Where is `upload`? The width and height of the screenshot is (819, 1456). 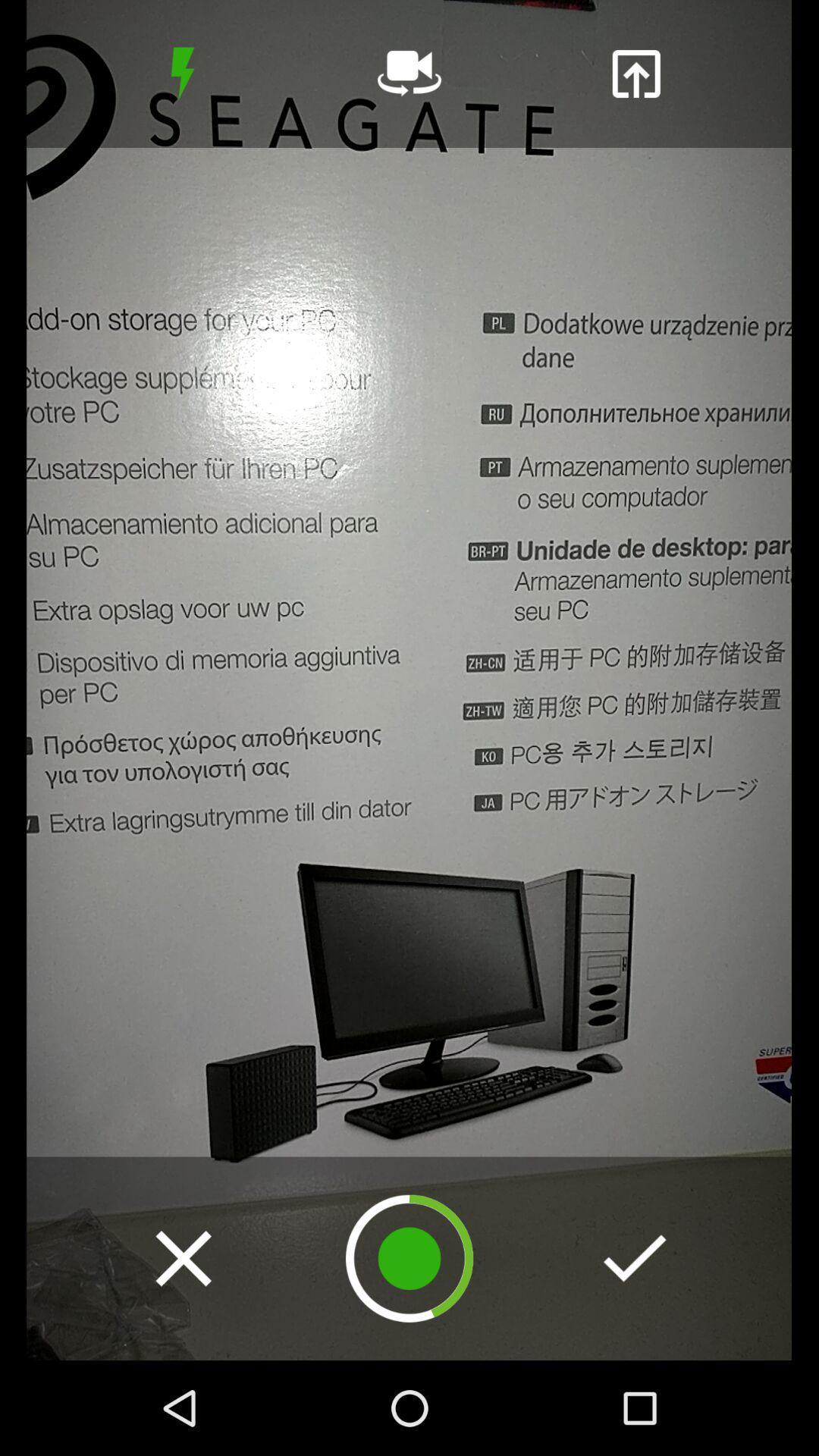
upload is located at coordinates (635, 73).